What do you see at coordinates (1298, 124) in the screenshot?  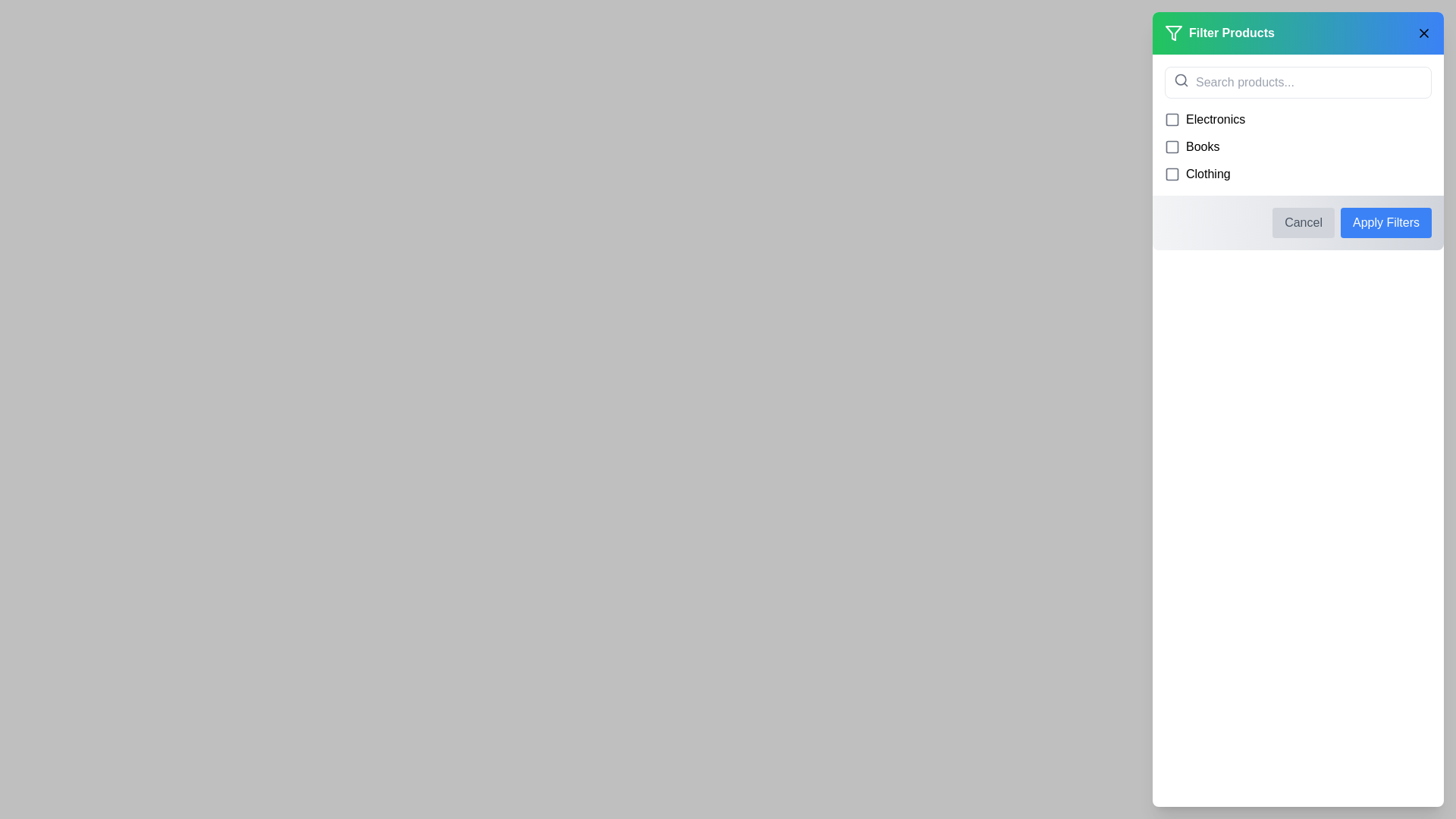 I see `the checkbox in the 'Filter Products' section` at bounding box center [1298, 124].